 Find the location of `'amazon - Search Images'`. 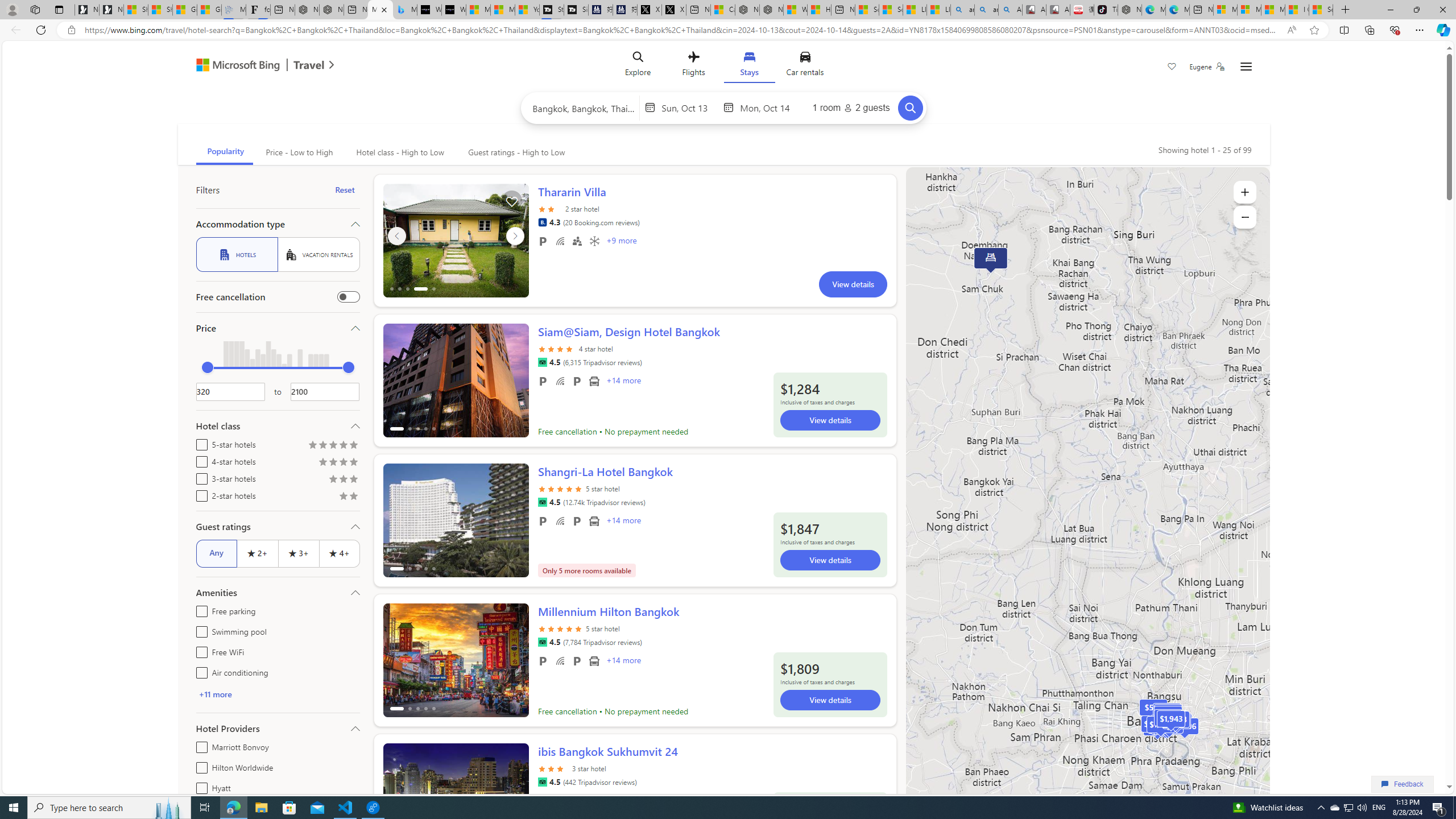

'amazon - Search Images' is located at coordinates (986, 9).